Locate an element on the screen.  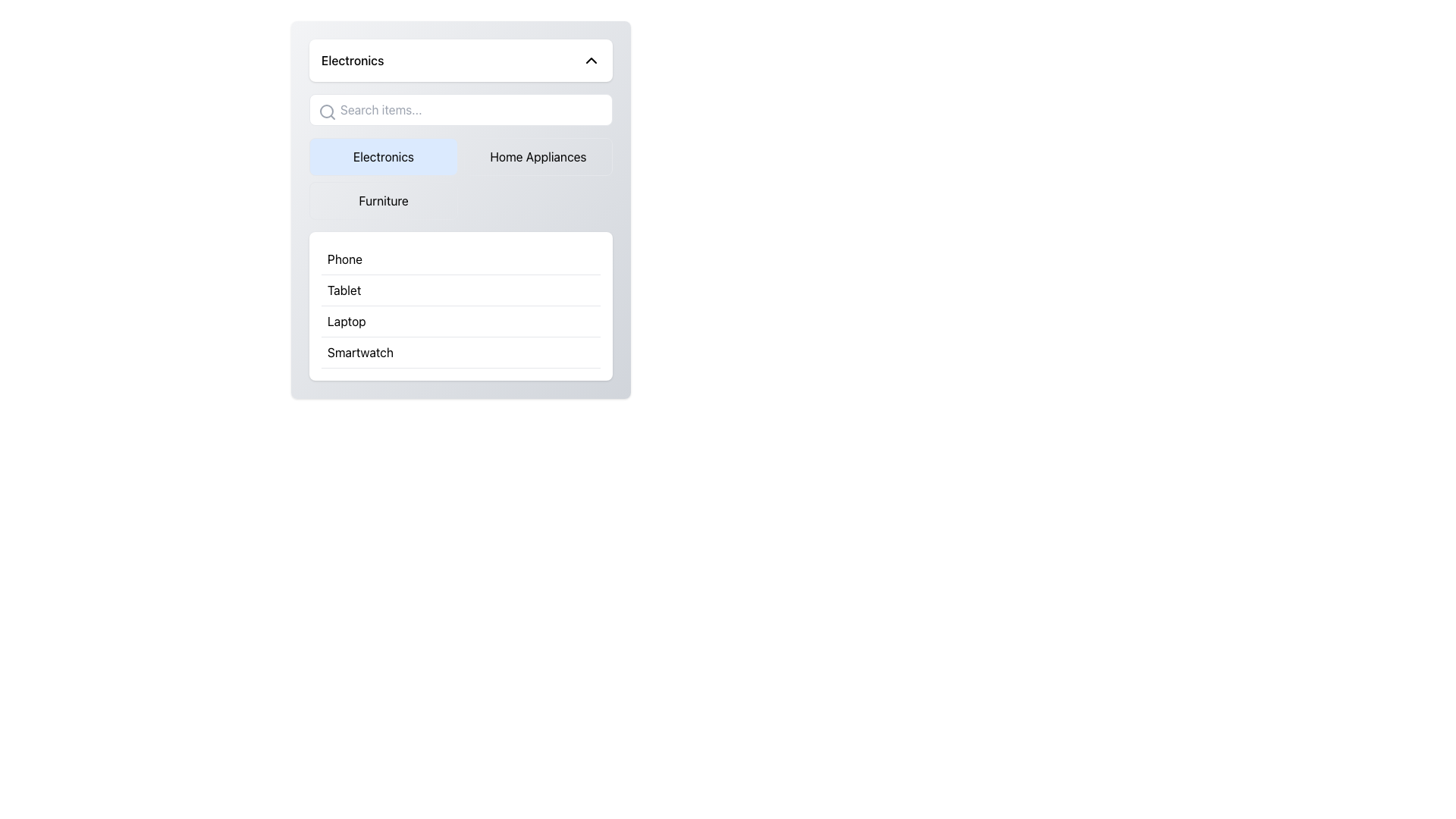
the 'Electronics' category button is located at coordinates (383, 157).